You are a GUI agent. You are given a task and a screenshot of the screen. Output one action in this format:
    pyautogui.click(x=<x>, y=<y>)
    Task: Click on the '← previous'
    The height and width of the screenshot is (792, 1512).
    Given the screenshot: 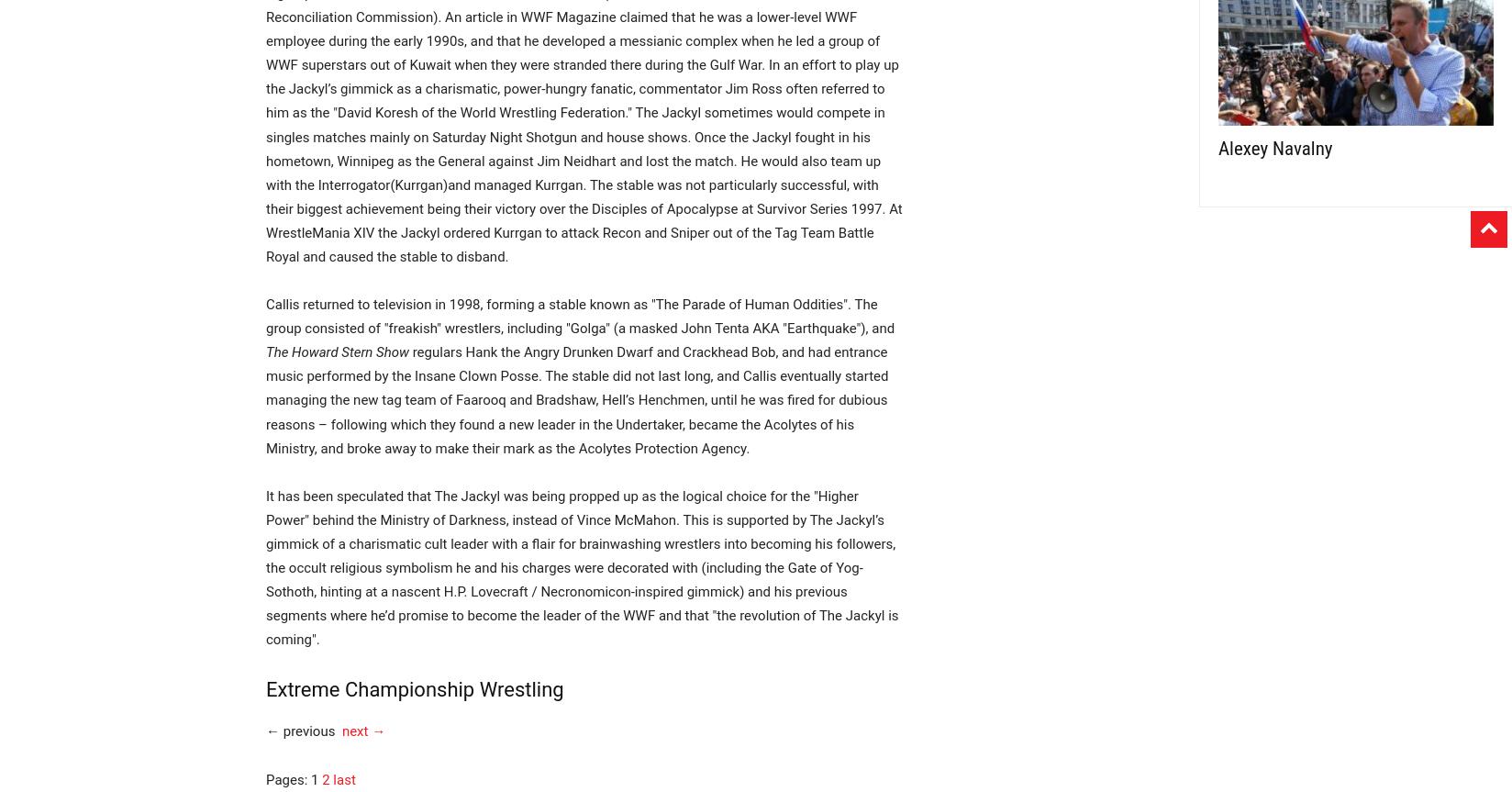 What is the action you would take?
    pyautogui.click(x=302, y=730)
    